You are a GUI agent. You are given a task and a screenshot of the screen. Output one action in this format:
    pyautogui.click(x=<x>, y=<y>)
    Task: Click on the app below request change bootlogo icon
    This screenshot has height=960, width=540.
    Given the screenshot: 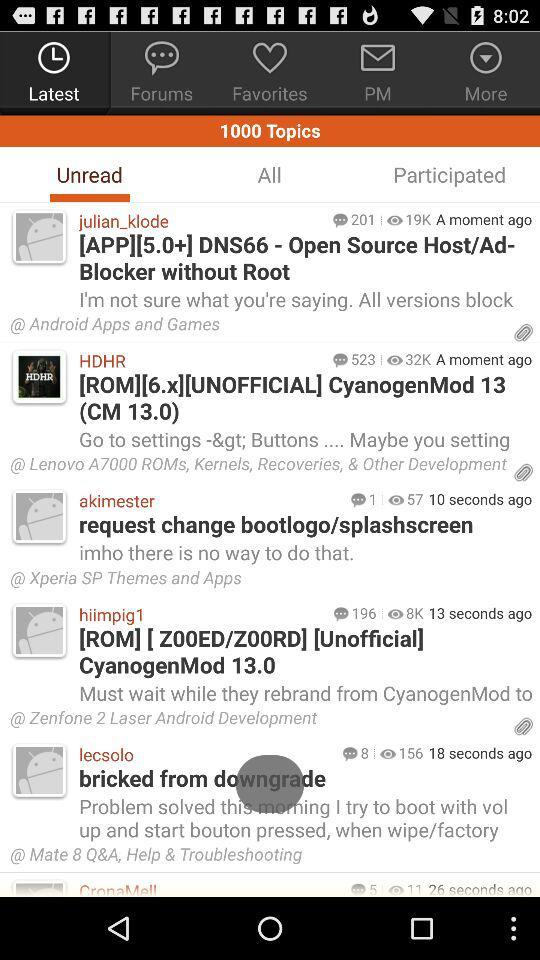 What is the action you would take?
    pyautogui.click(x=303, y=552)
    